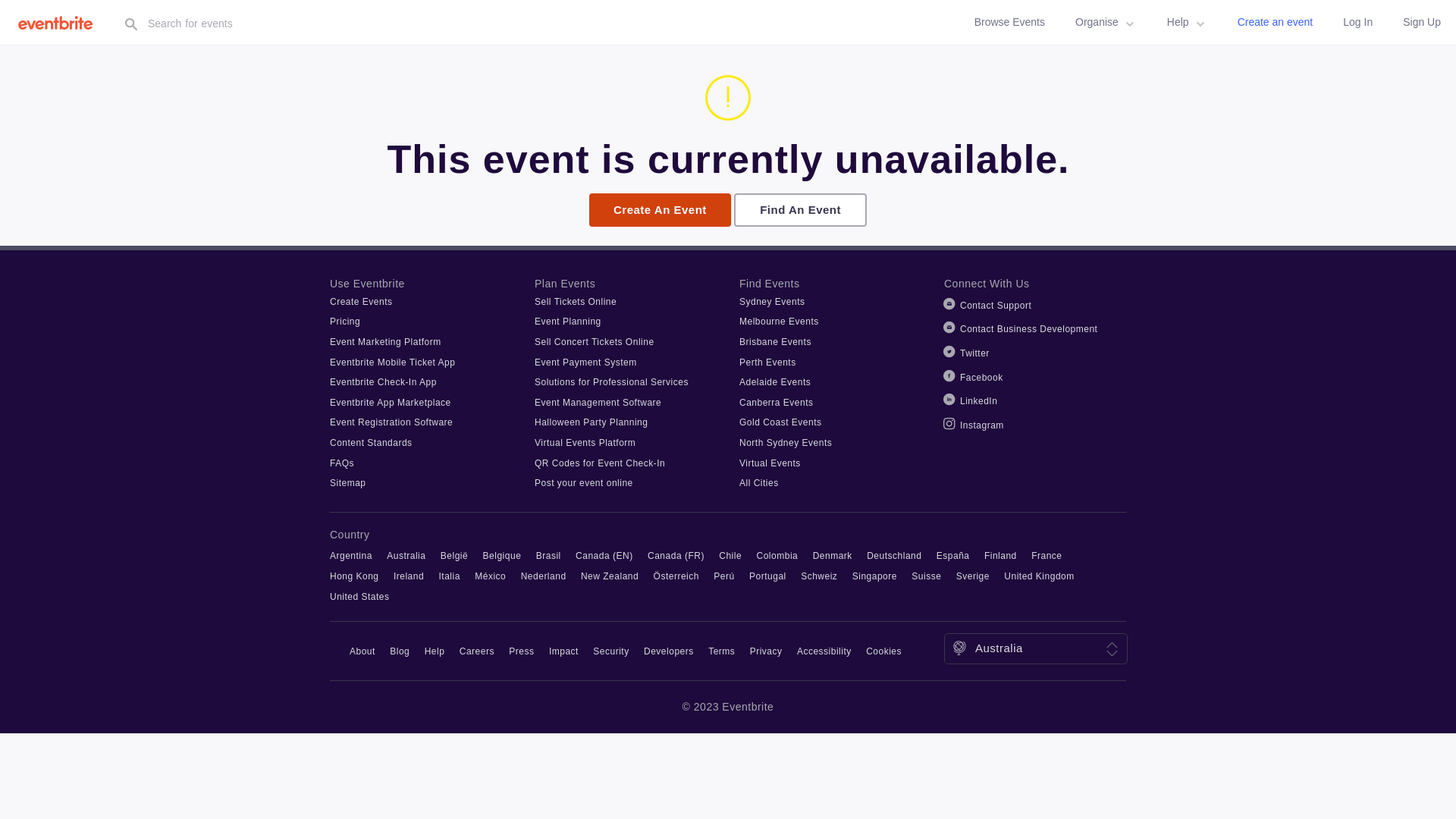 The width and height of the screenshot is (1456, 819). Describe the element at coordinates (668, 651) in the screenshot. I see `'Developers'` at that location.